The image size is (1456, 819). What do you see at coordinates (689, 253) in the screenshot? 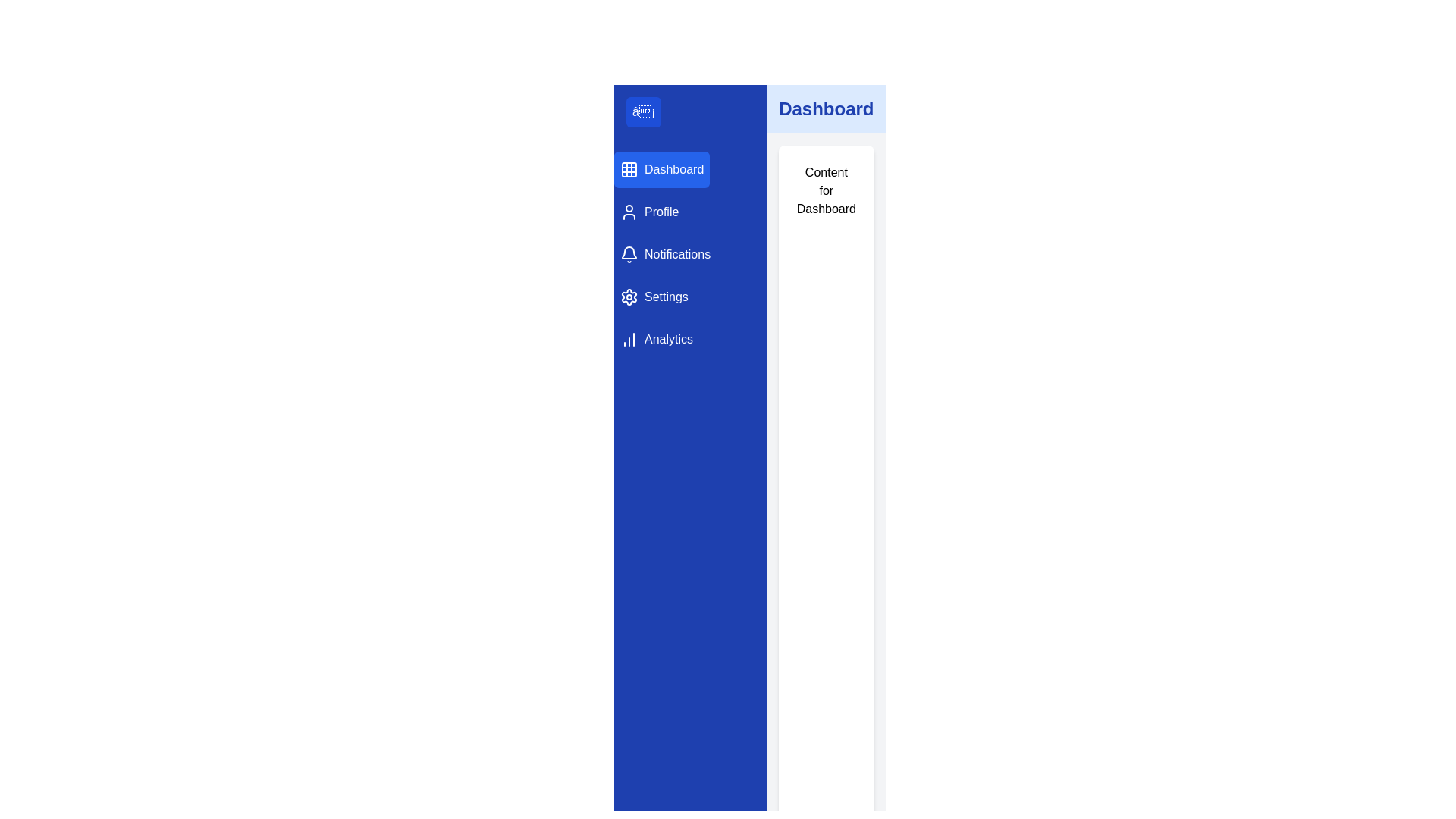
I see `the 'Notifications' button in the left sidebar navigation menu` at bounding box center [689, 253].